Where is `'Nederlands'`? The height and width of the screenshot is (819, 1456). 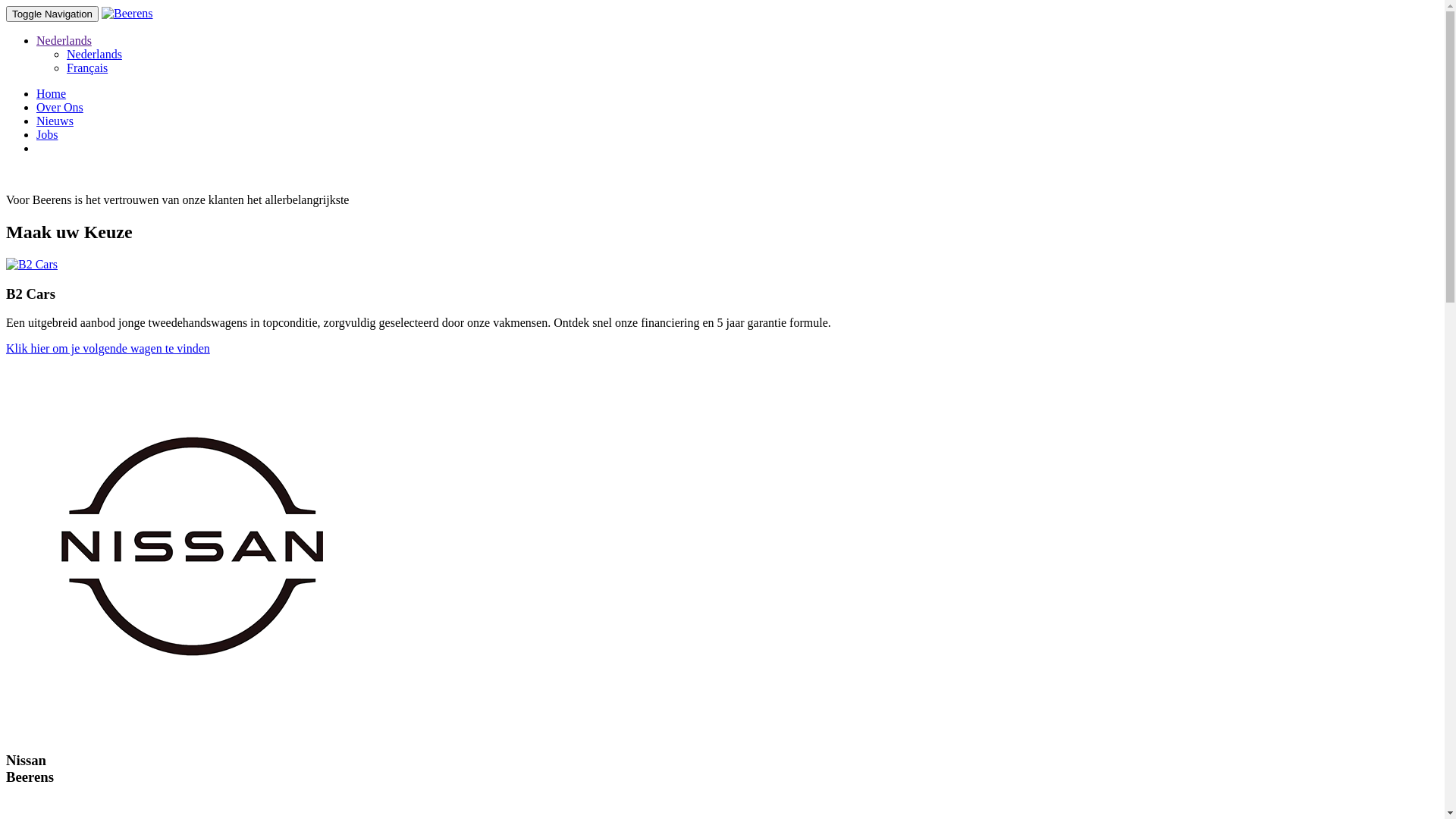 'Nederlands' is located at coordinates (36, 39).